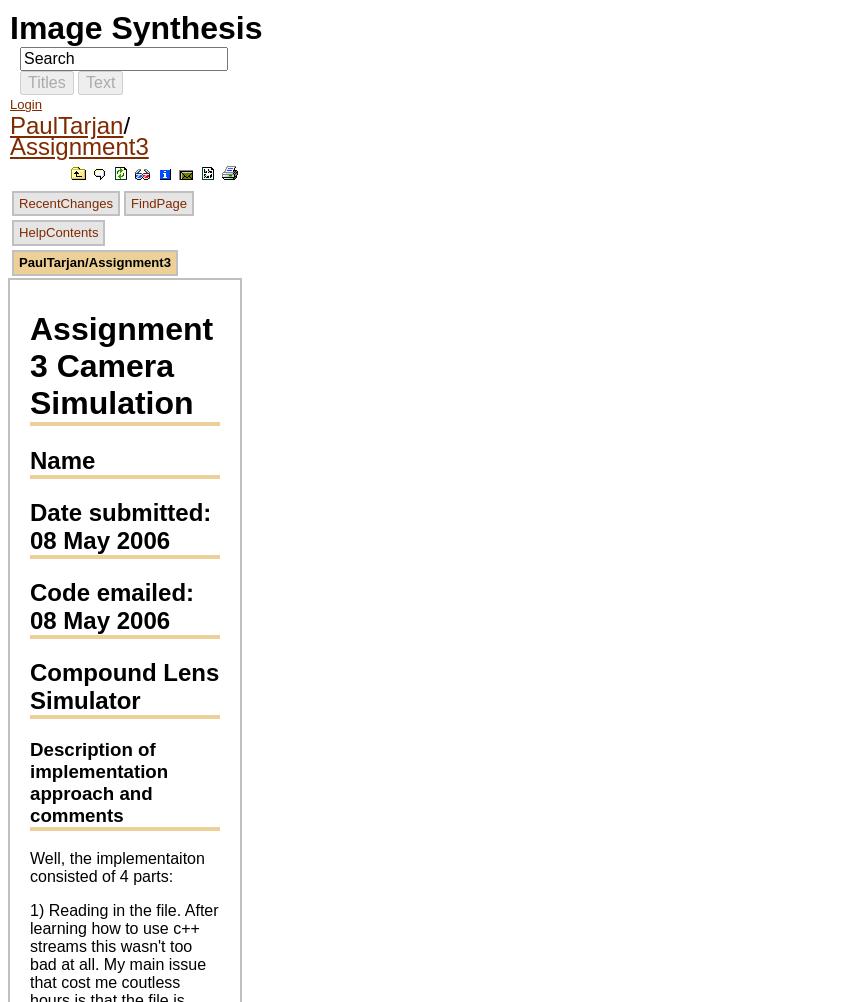 The image size is (851, 1002). I want to click on 'Name', so click(62, 459).